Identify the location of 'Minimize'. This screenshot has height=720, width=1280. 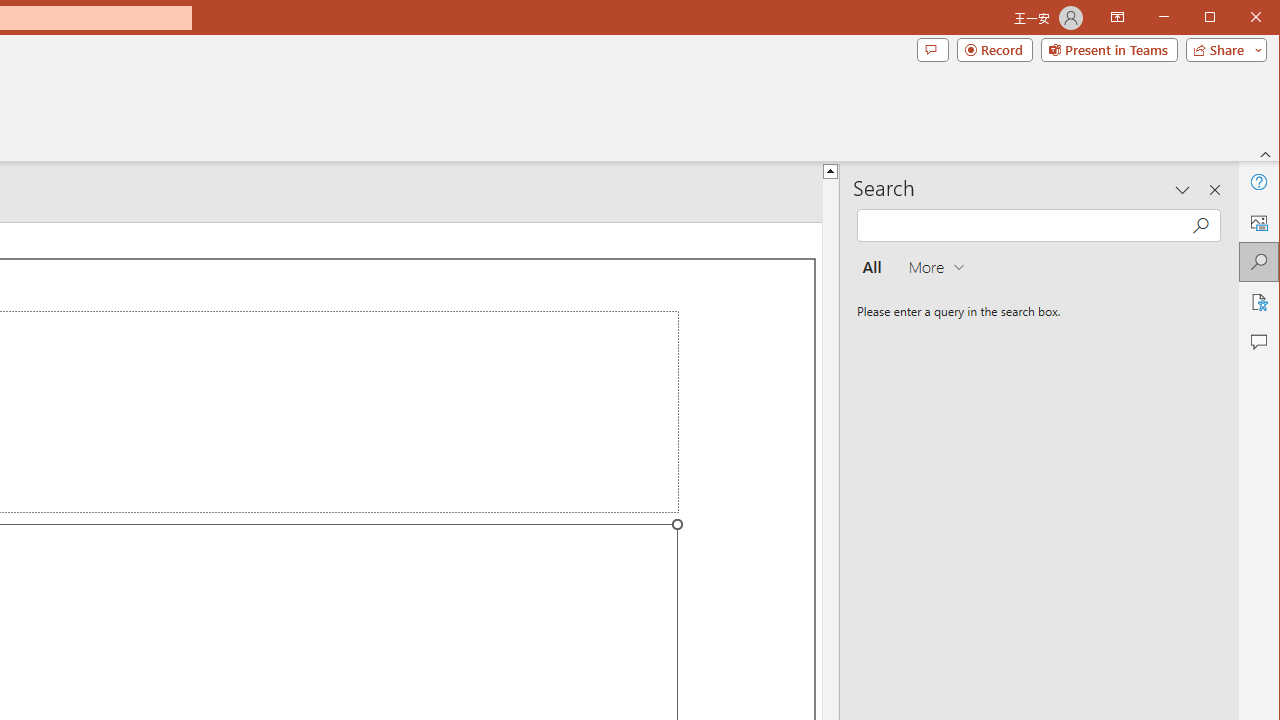
(1215, 19).